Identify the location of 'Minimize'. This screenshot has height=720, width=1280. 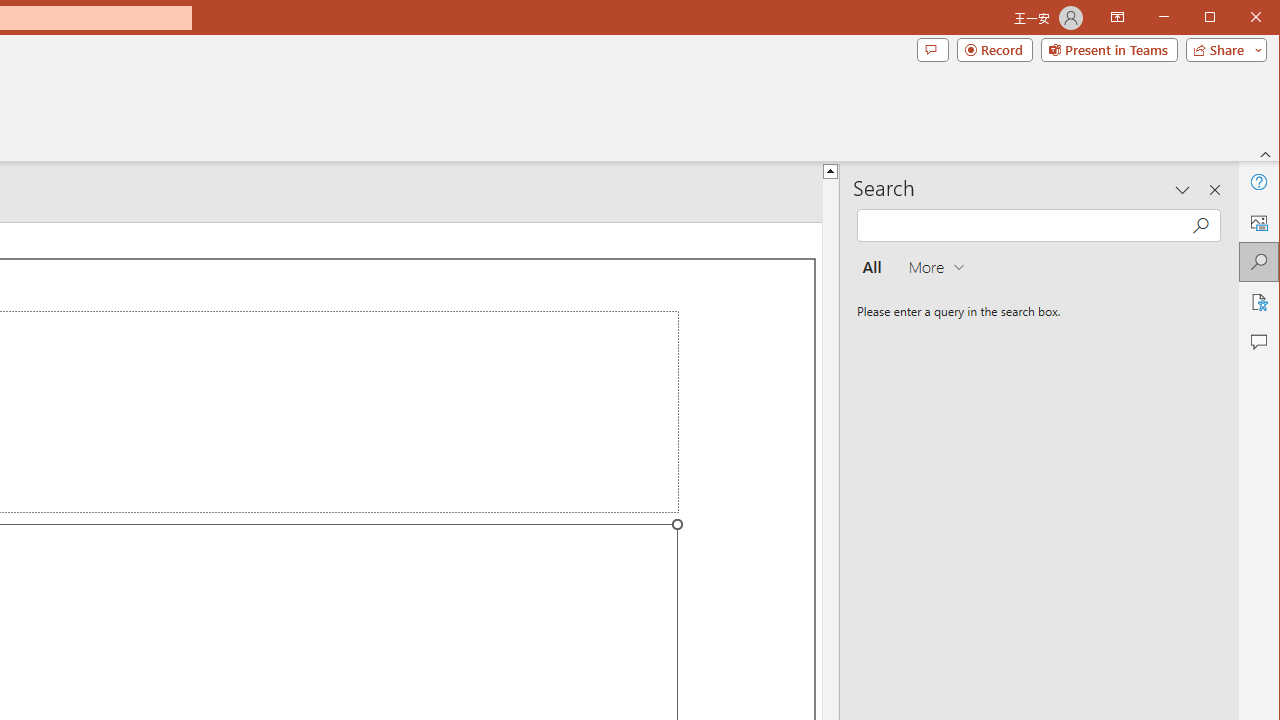
(1215, 19).